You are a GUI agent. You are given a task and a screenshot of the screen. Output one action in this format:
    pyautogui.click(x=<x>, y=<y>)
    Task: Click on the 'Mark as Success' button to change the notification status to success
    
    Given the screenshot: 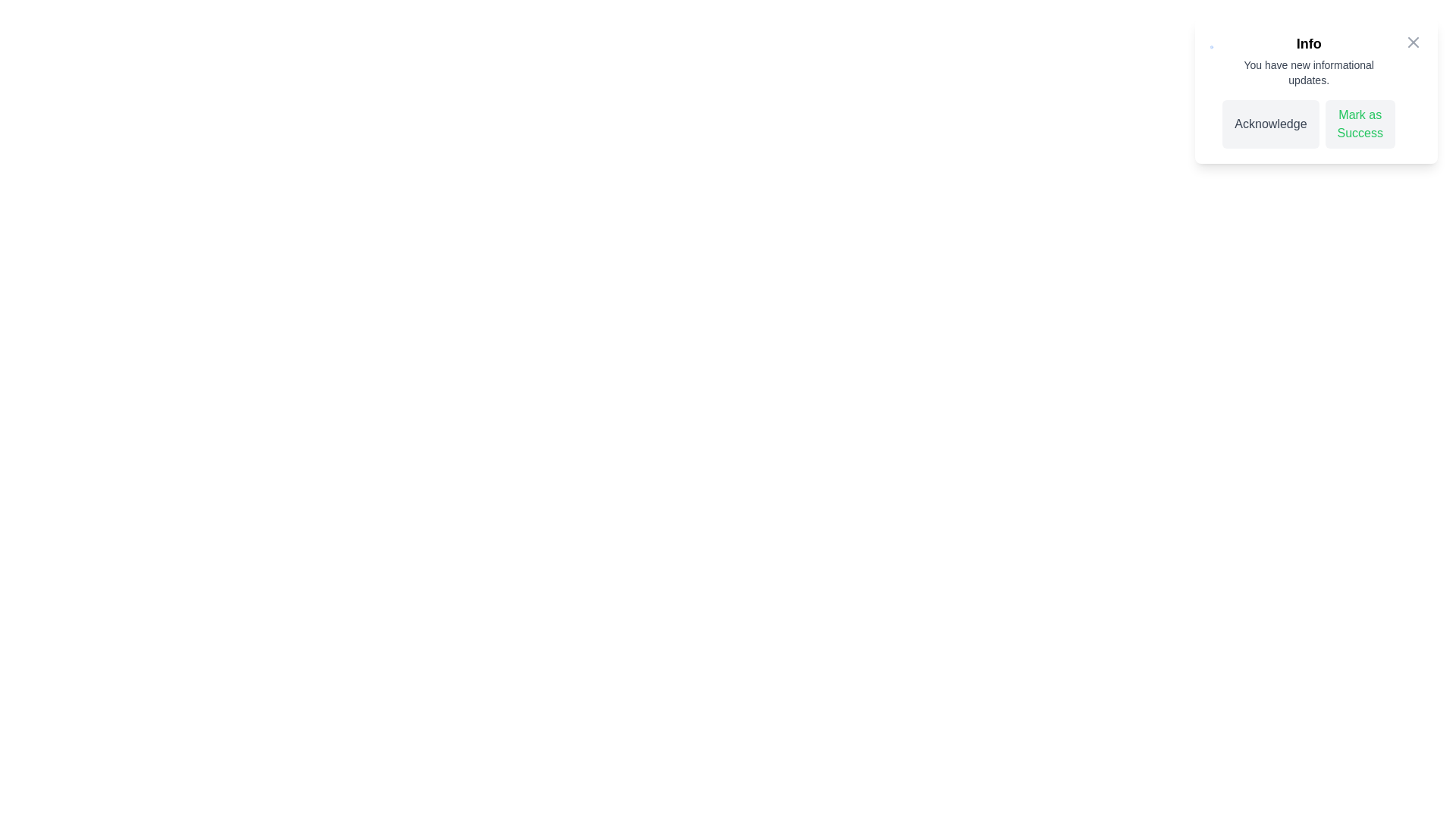 What is the action you would take?
    pyautogui.click(x=1360, y=124)
    